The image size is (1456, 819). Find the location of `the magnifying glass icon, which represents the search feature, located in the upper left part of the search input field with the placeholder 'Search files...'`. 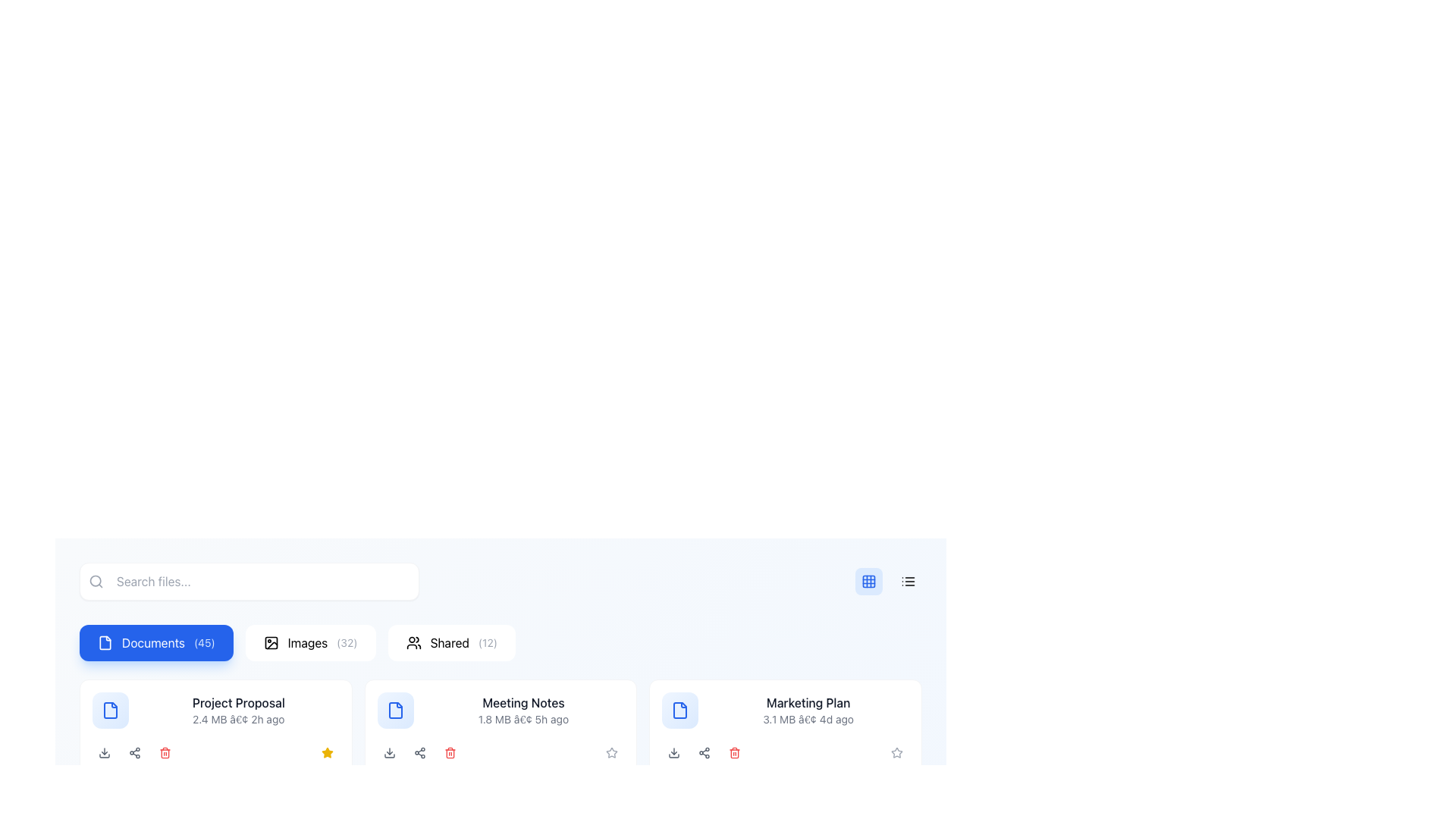

the magnifying glass icon, which represents the search feature, located in the upper left part of the search input field with the placeholder 'Search files...' is located at coordinates (95, 581).